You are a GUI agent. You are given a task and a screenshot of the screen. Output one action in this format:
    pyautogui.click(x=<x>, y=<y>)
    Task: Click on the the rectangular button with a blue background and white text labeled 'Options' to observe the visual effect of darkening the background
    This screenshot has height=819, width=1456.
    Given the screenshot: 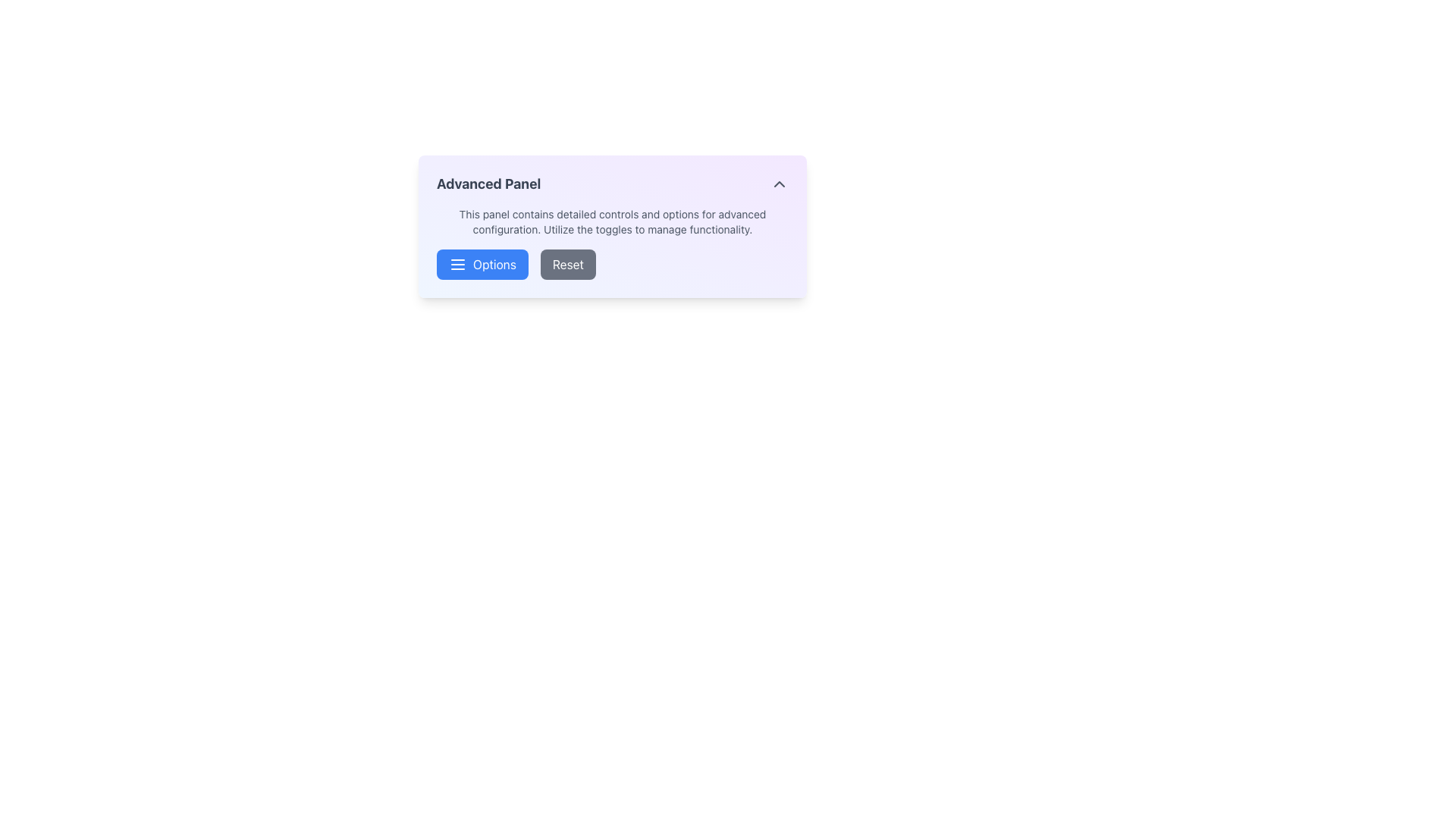 What is the action you would take?
    pyautogui.click(x=482, y=263)
    